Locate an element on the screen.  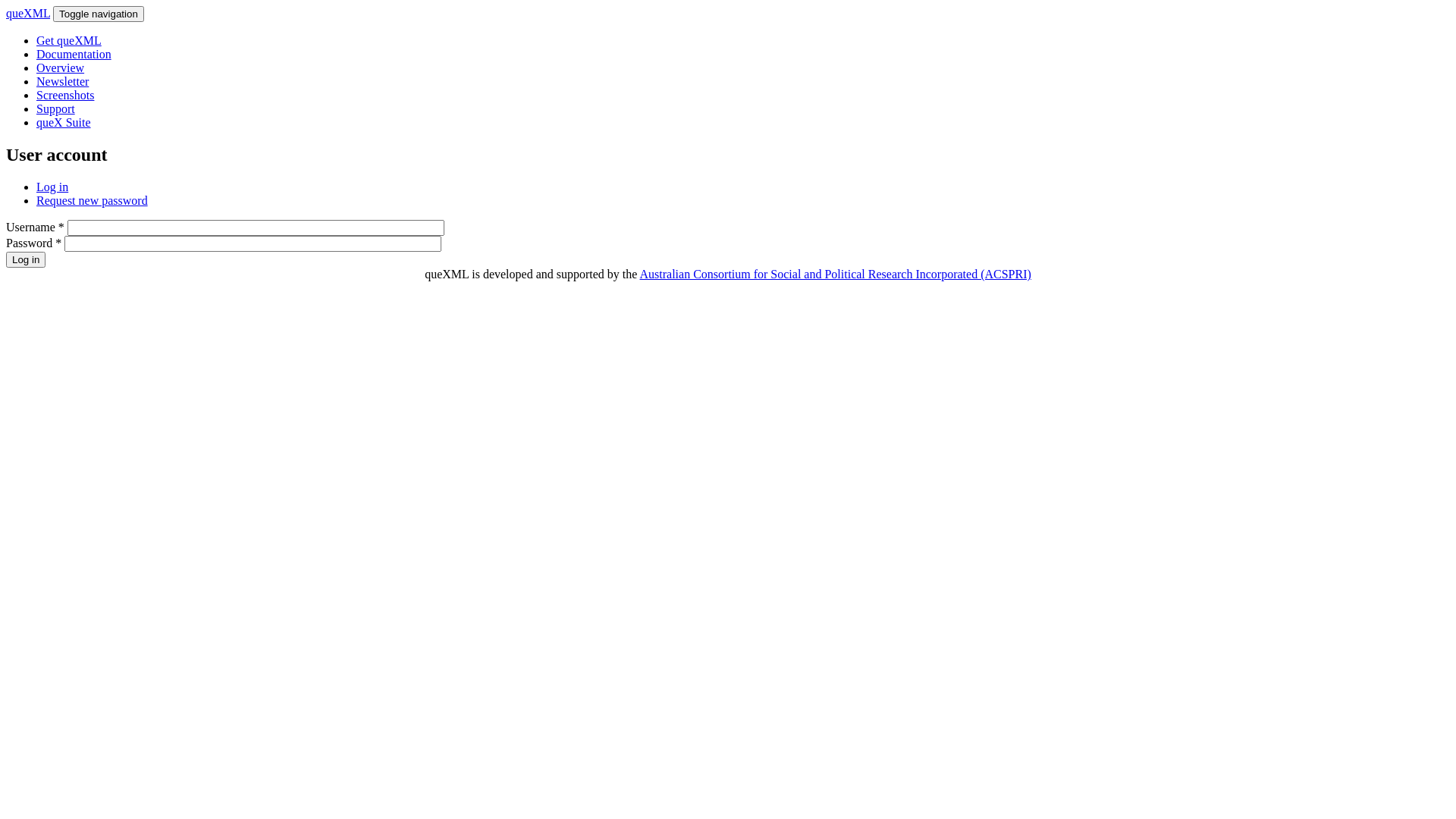
'Screenshots' is located at coordinates (64, 95).